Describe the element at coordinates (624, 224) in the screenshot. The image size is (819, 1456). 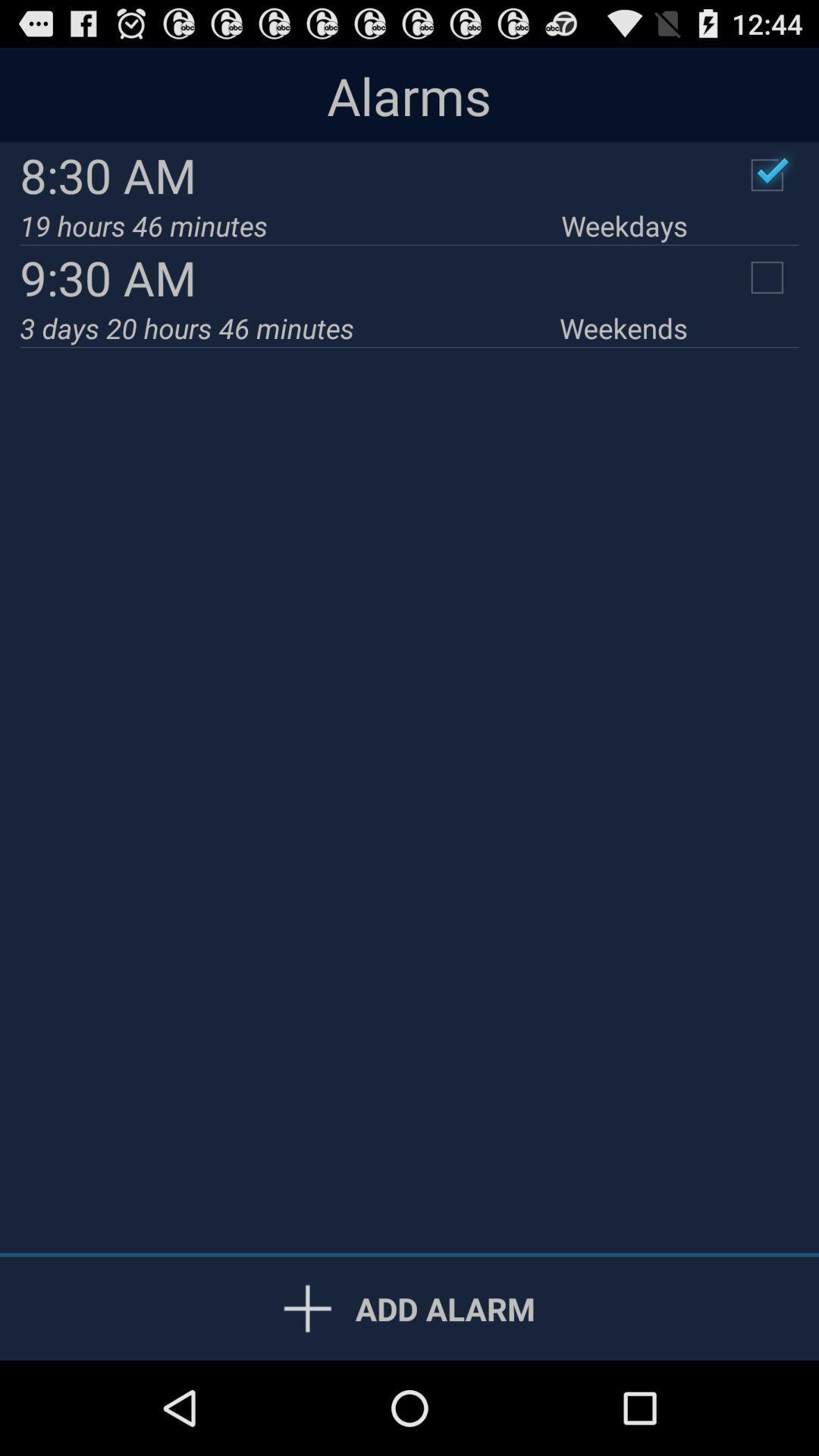
I see `the weekdays item` at that location.